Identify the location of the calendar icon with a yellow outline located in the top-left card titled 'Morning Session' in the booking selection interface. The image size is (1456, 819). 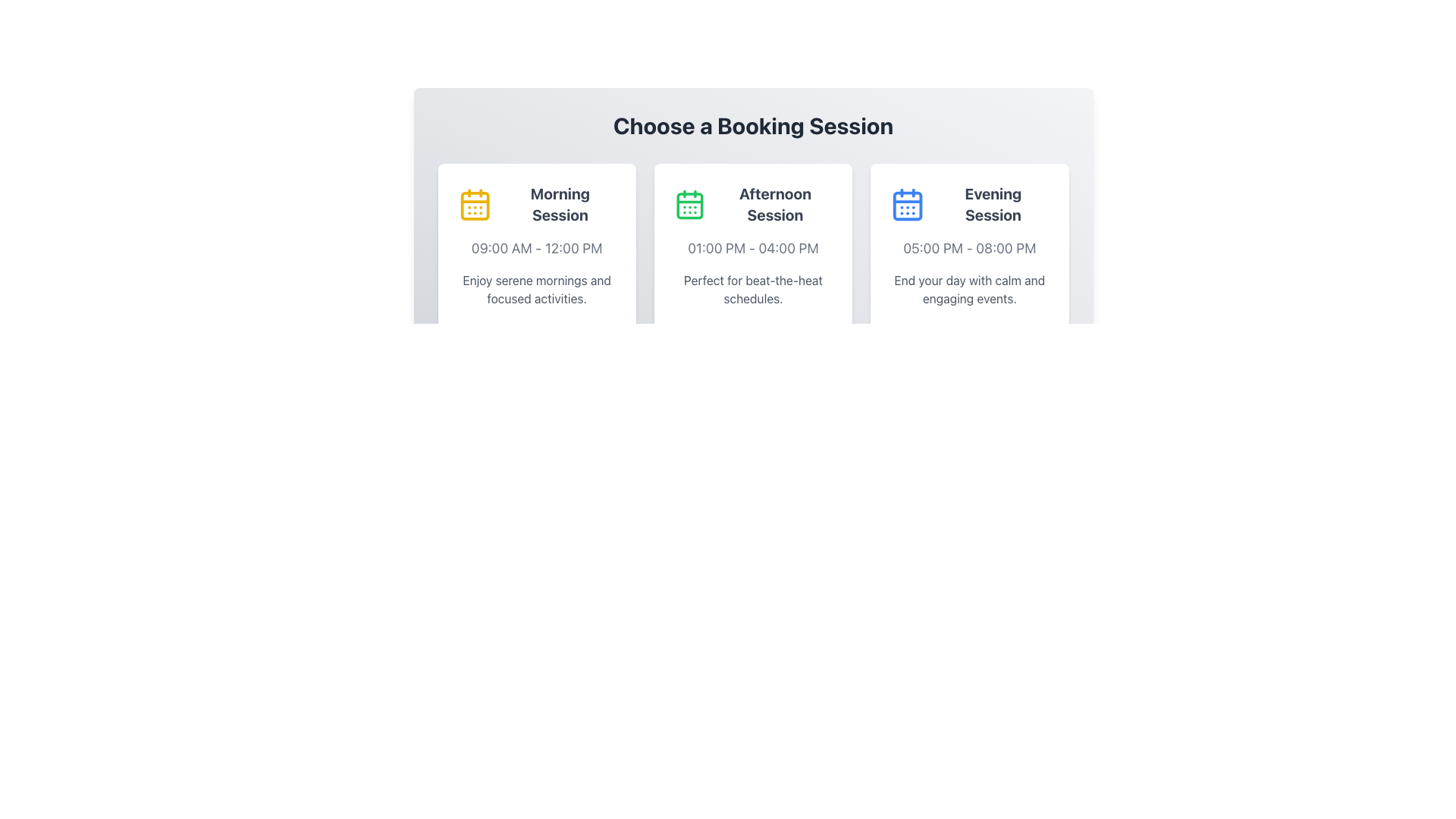
(474, 206).